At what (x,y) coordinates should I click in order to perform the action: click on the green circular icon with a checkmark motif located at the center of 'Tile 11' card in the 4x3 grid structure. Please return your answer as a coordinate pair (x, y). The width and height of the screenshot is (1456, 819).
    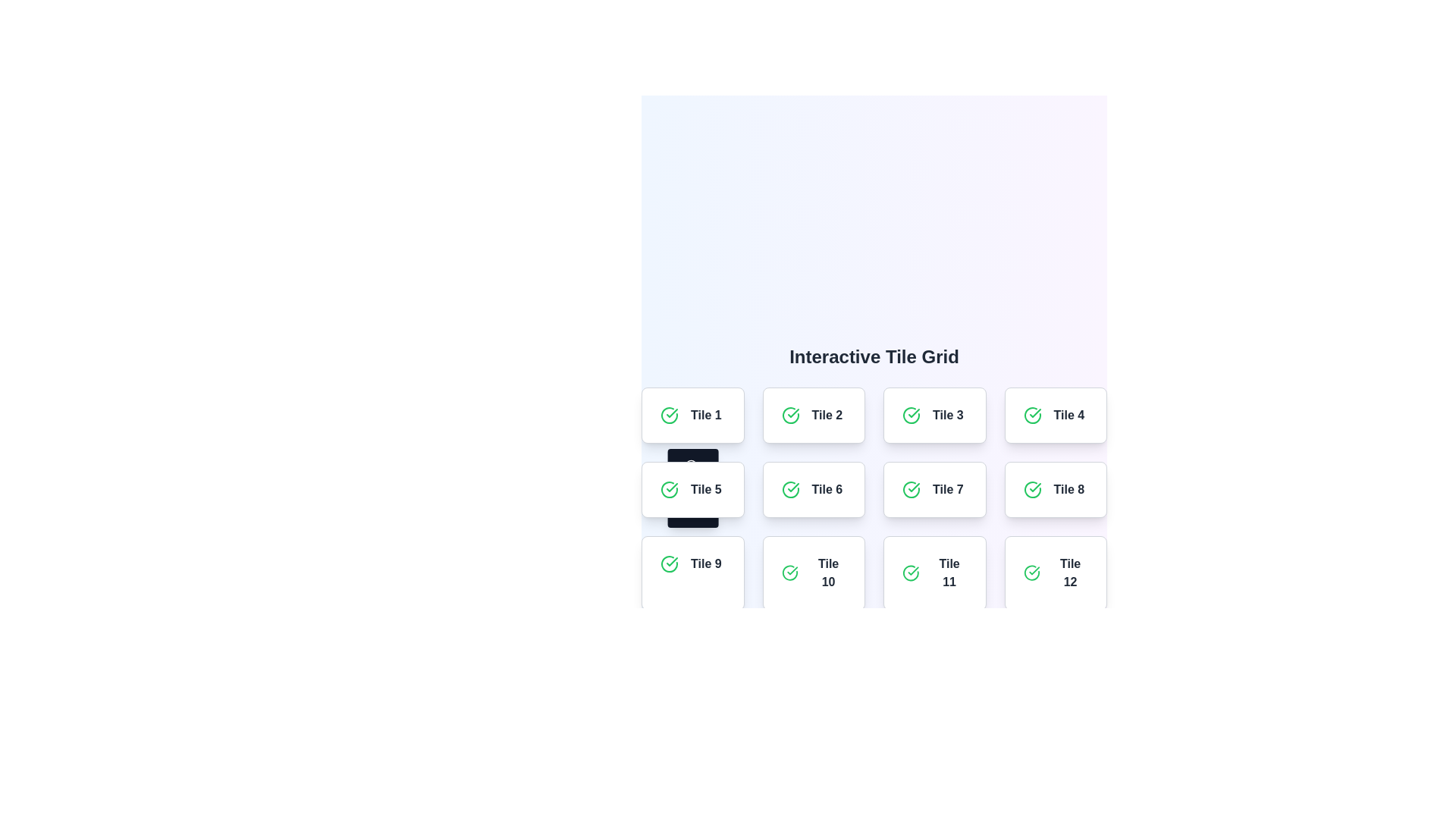
    Looking at the image, I should click on (910, 573).